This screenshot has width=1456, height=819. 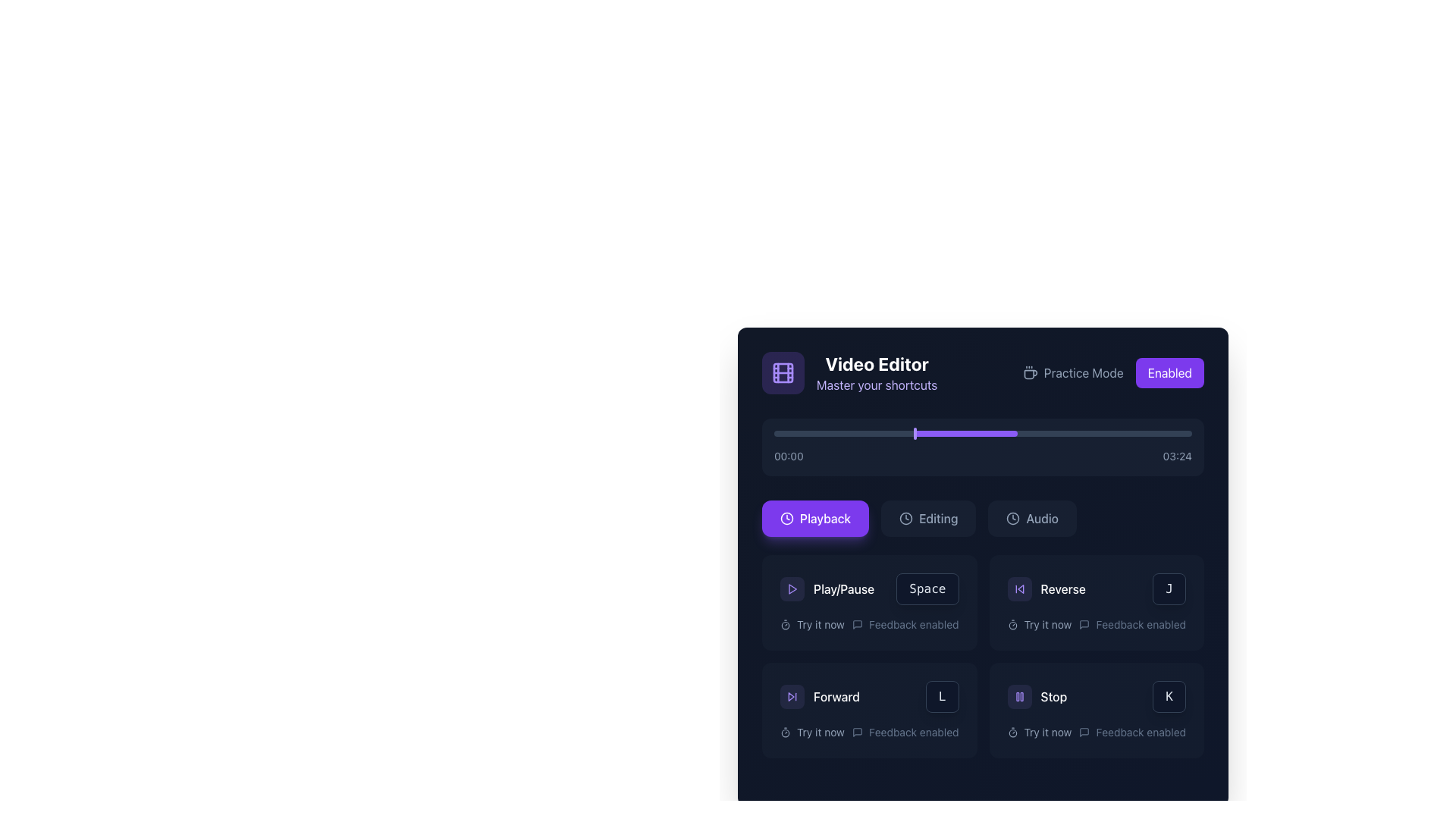 I want to click on the 'Feedback enabled' text label with the accompanying speech bubble icon located below the 'Forward' button in the 'Video Editor' UI section, so click(x=905, y=731).